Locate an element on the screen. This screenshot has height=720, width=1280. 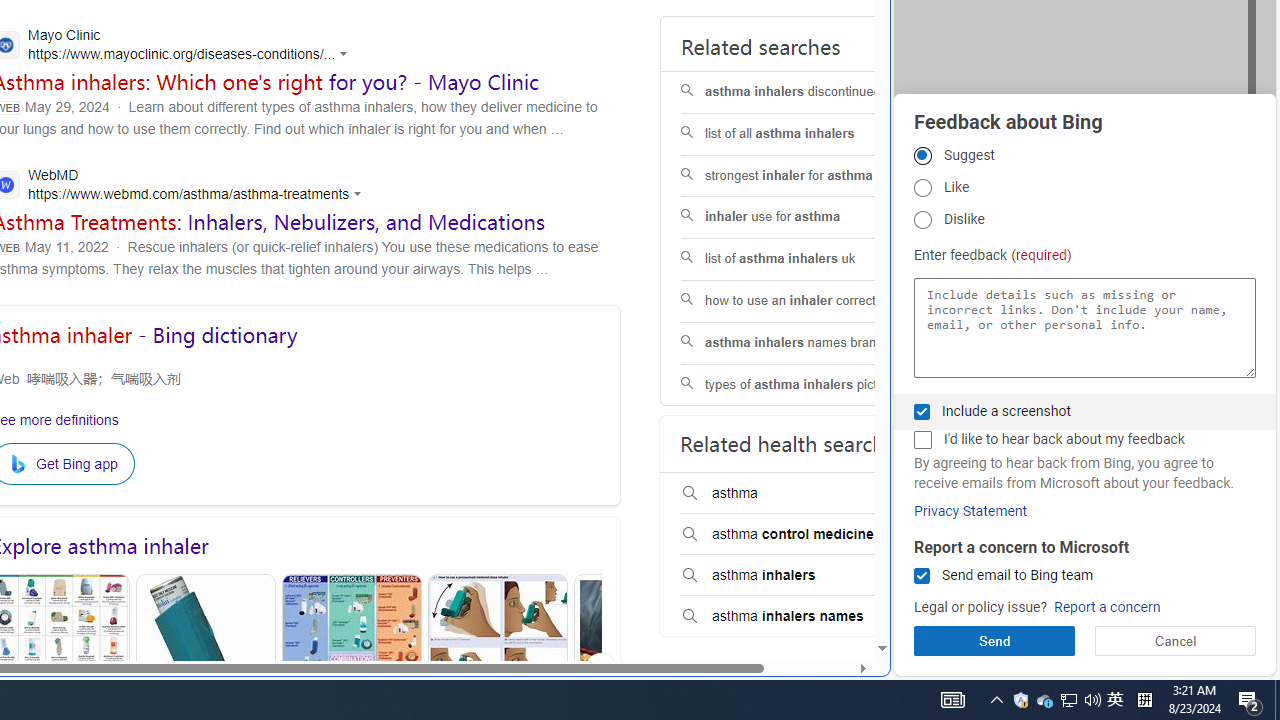
'asthma inhalers discontinued' is located at coordinates (807, 92).